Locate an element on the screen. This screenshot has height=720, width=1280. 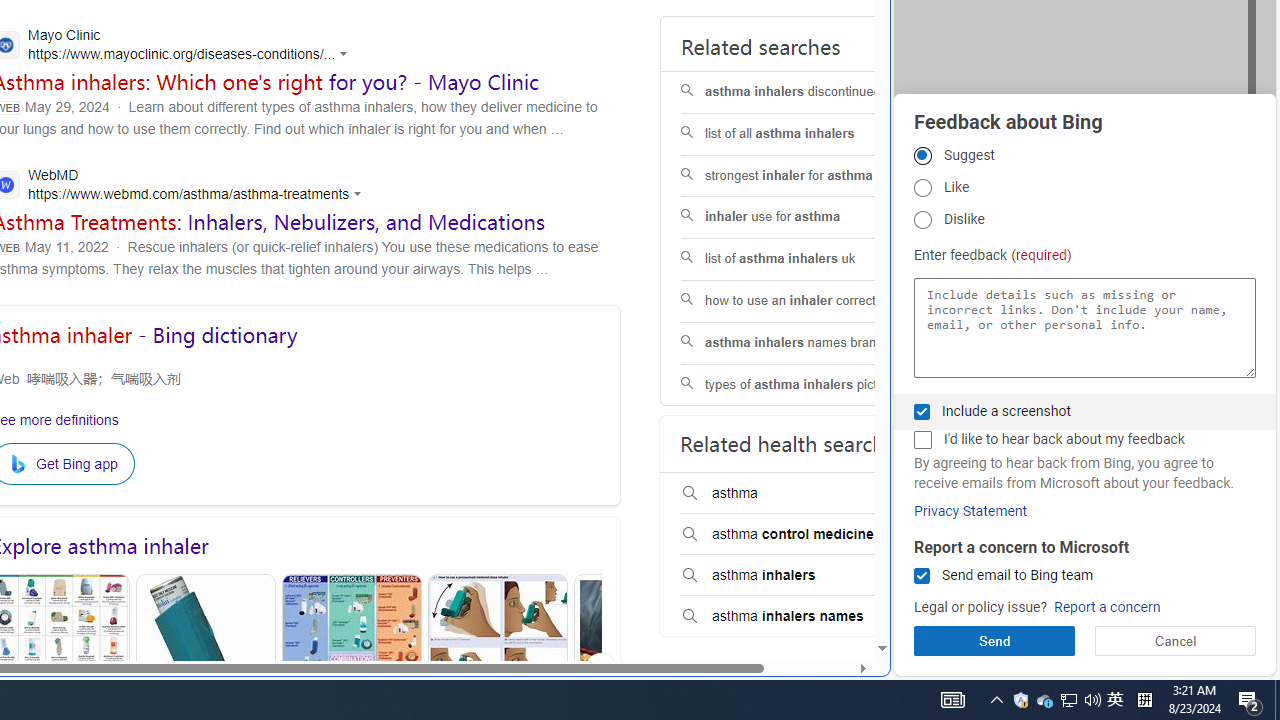
'asthma inhalers discontinued' is located at coordinates (807, 92).